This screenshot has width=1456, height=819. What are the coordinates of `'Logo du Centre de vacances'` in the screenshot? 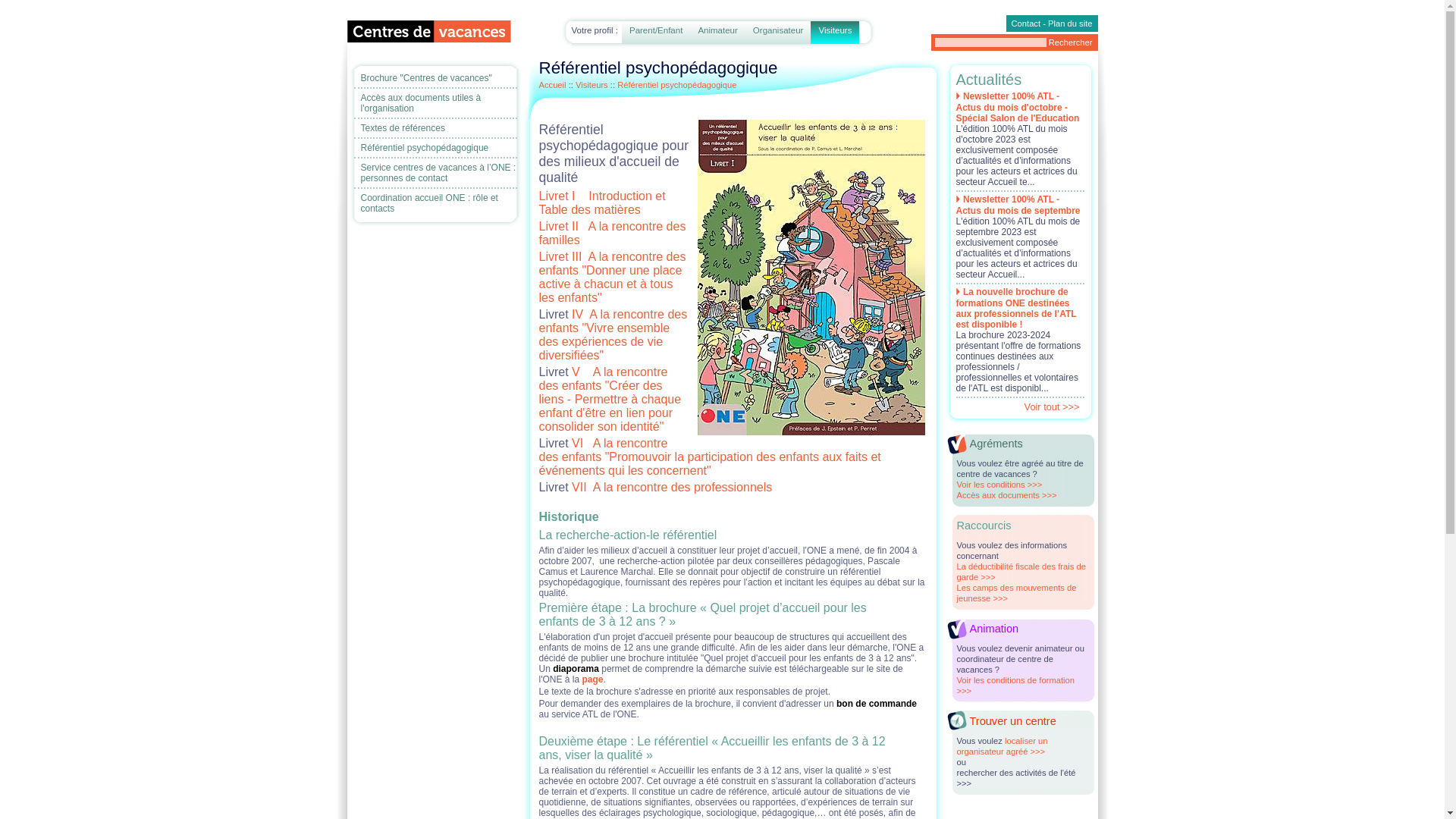 It's located at (428, 31).